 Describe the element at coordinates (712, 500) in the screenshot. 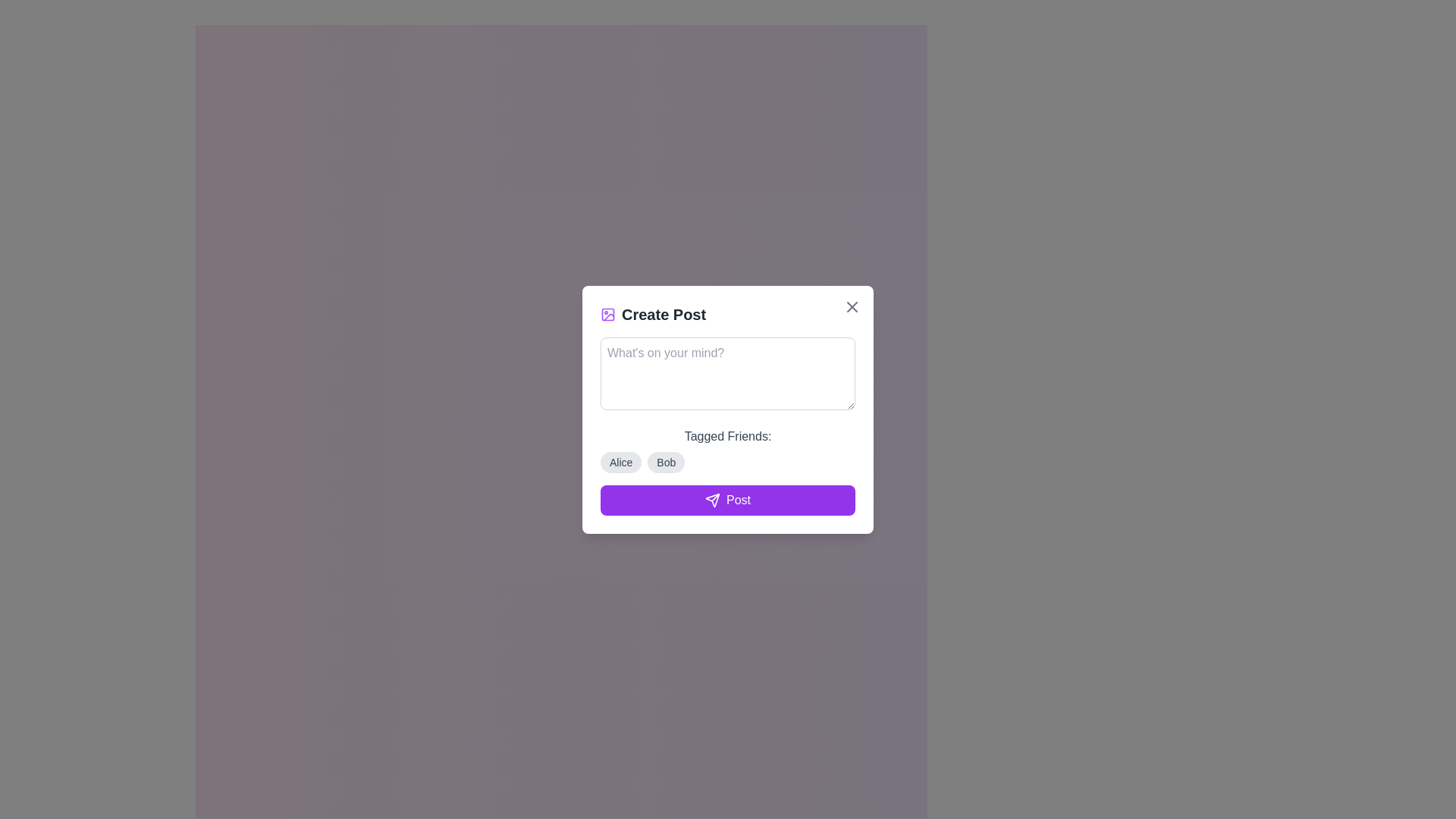

I see `the stylized paper airplane icon located inside the purple 'Post' button` at that location.